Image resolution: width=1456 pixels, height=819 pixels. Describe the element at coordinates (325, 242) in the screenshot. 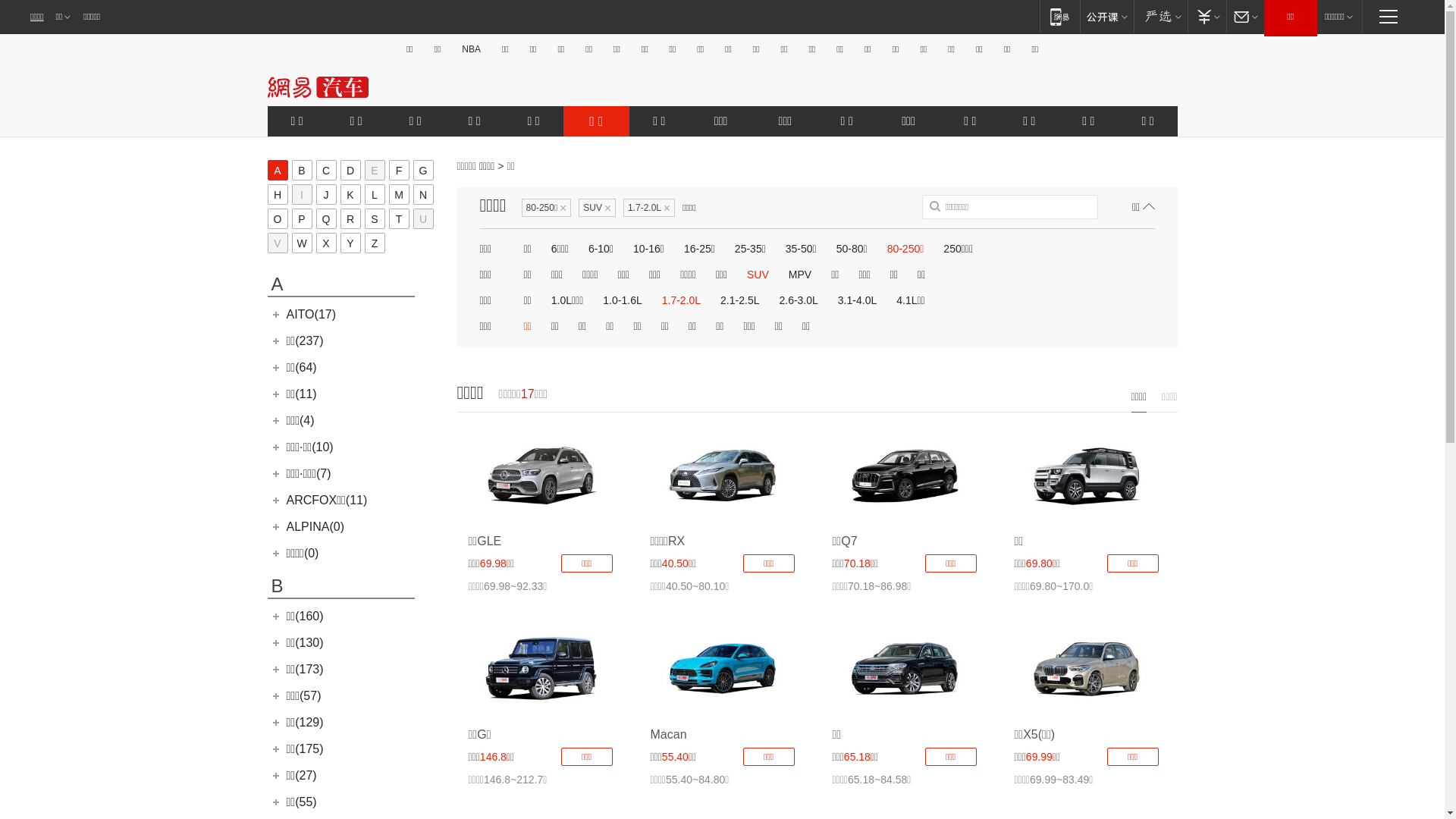

I see `'X'` at that location.